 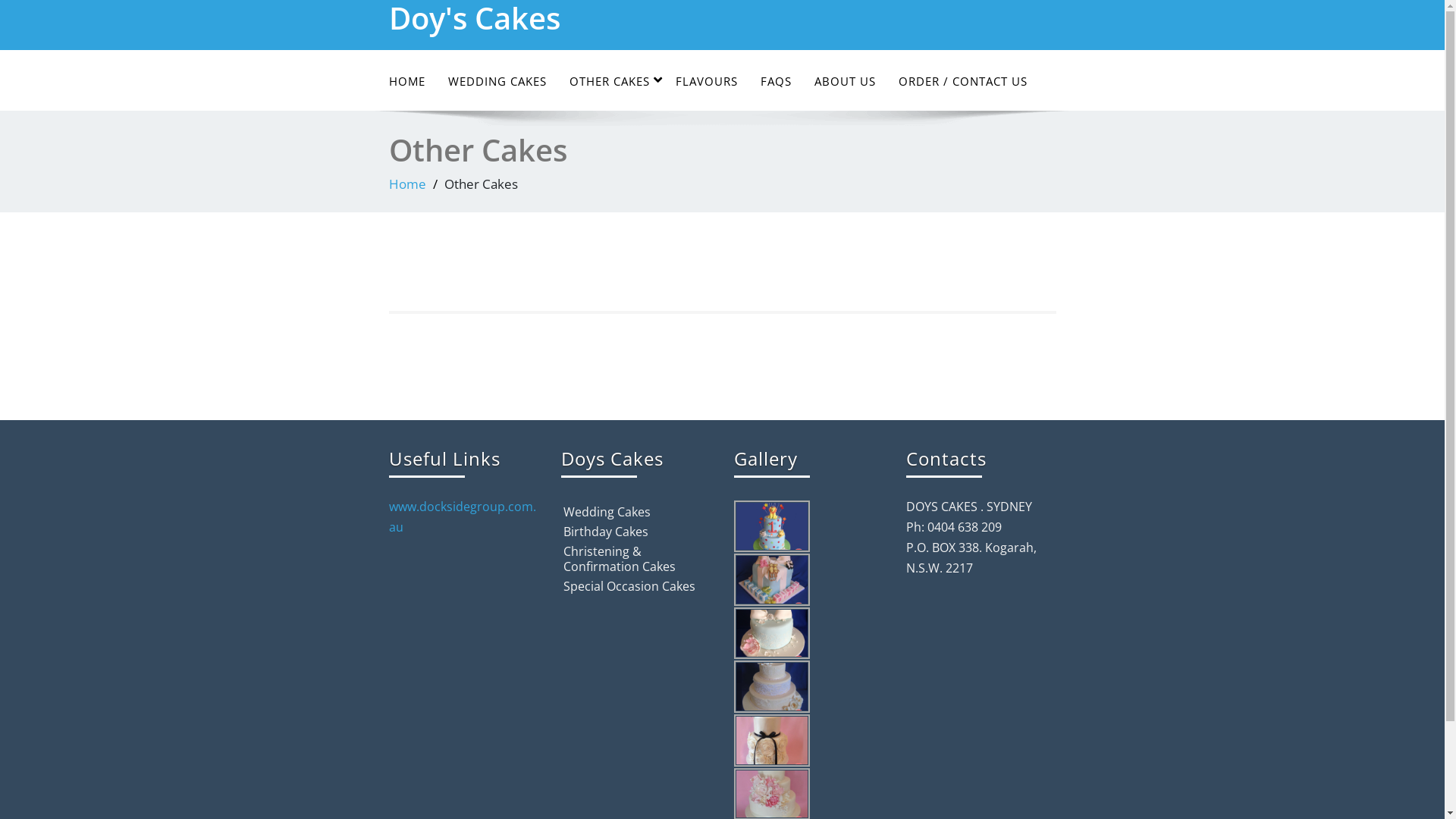 What do you see at coordinates (801, 81) in the screenshot?
I see `'ABOUT US'` at bounding box center [801, 81].